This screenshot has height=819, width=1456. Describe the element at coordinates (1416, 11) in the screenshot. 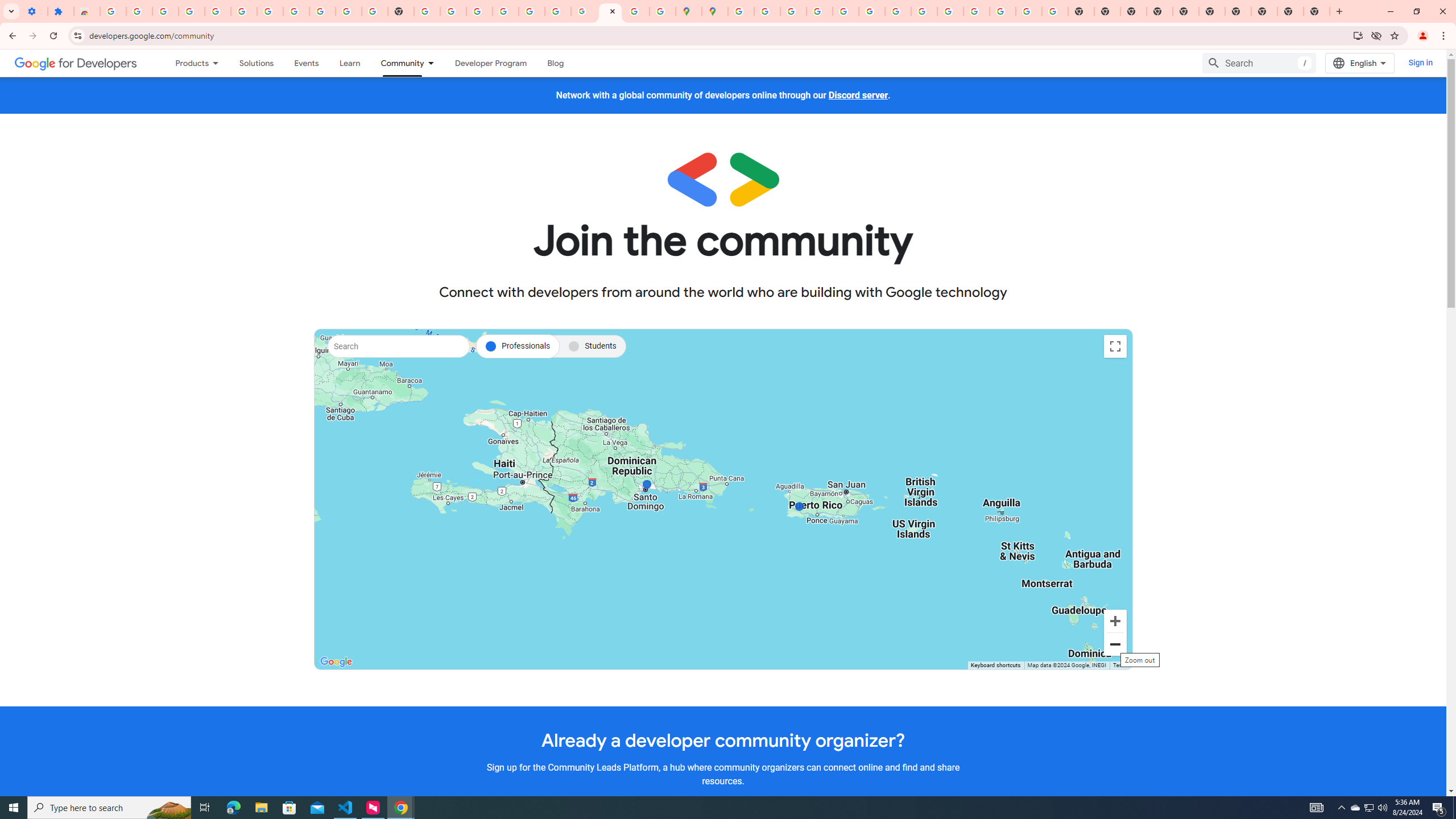

I see `'Restore'` at that location.